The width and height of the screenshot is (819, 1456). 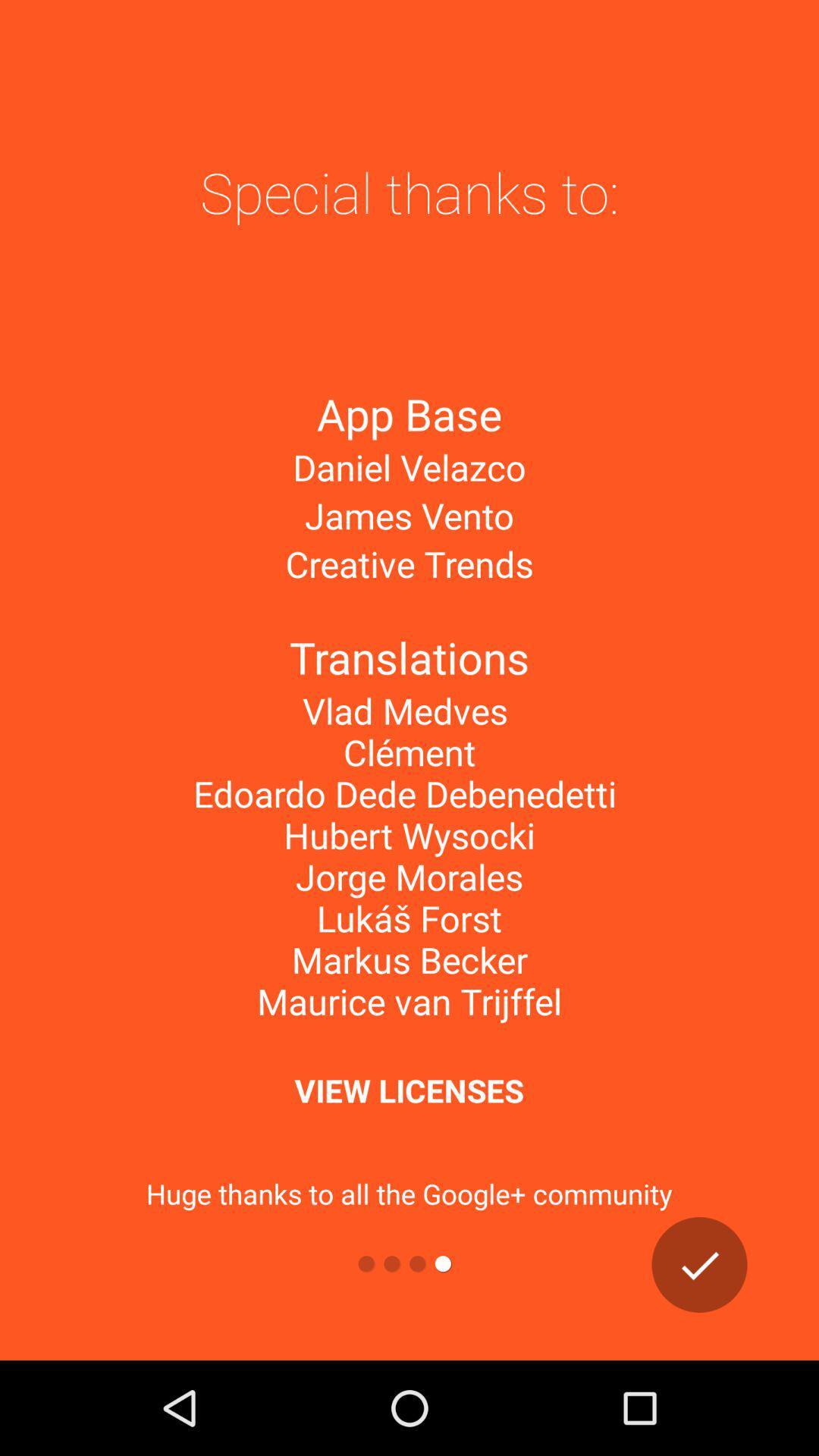 I want to click on all info correct, so click(x=699, y=1264).